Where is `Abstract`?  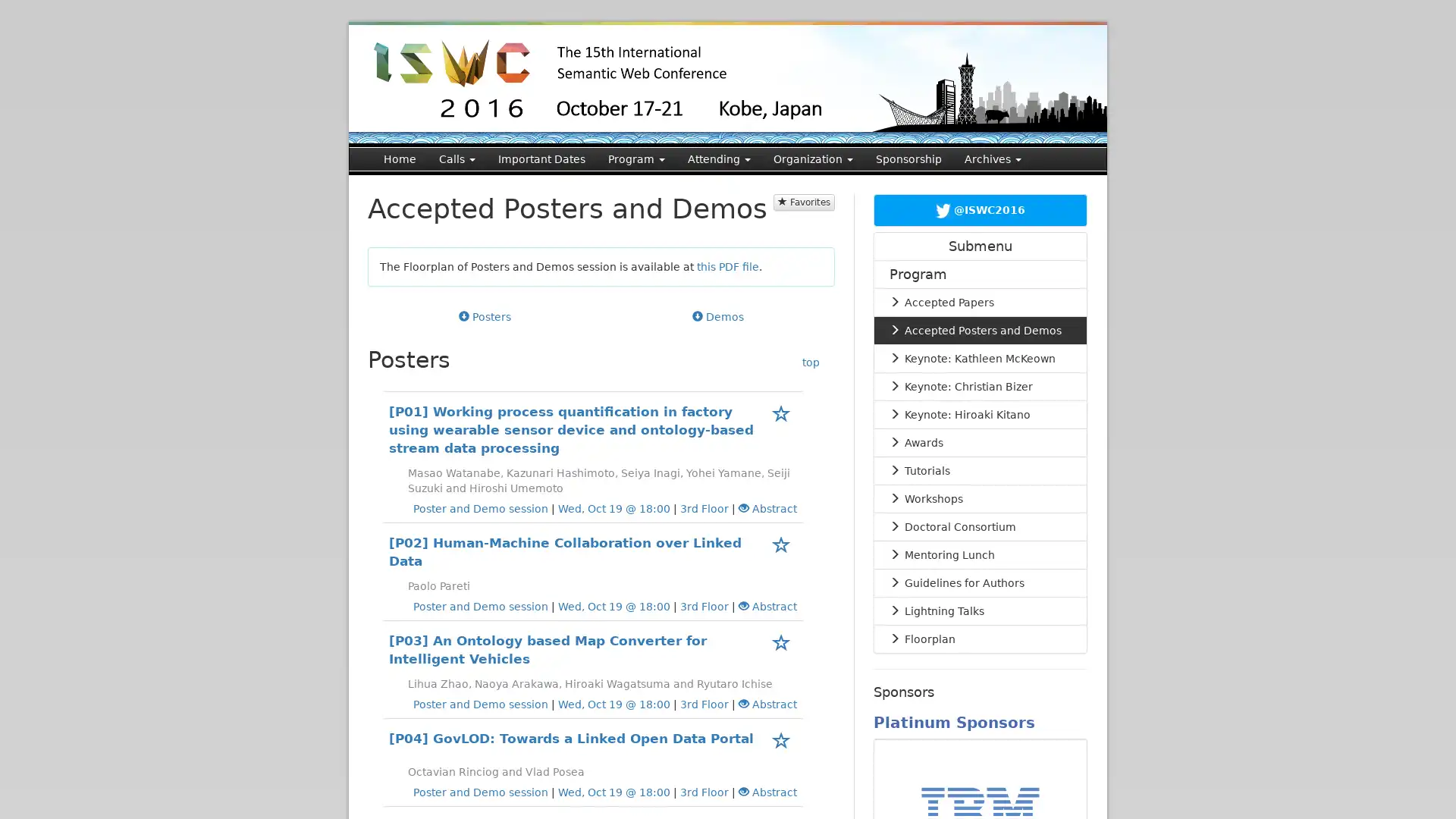
Abstract is located at coordinates (767, 792).